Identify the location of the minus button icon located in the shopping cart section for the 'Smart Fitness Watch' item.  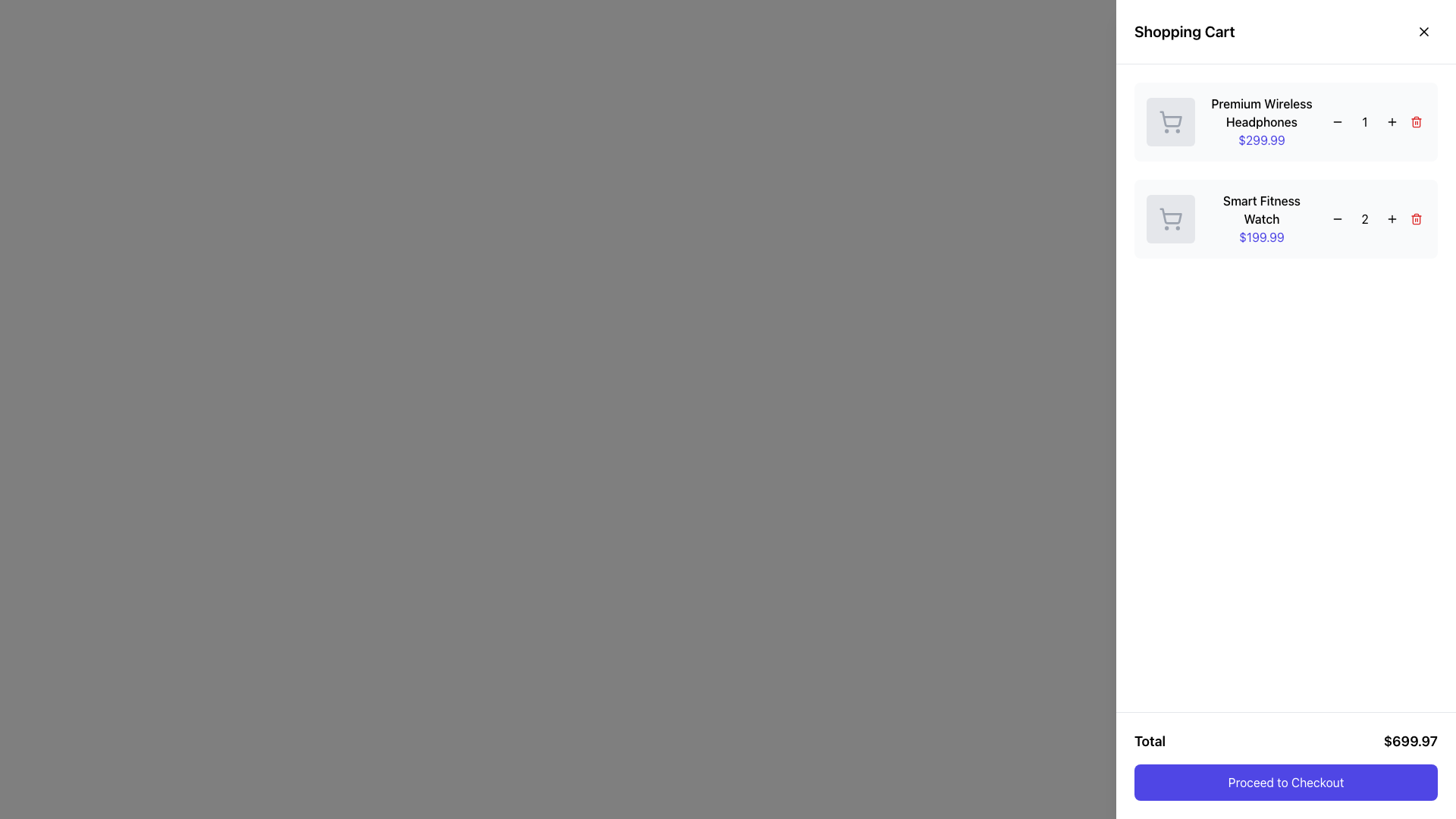
(1337, 219).